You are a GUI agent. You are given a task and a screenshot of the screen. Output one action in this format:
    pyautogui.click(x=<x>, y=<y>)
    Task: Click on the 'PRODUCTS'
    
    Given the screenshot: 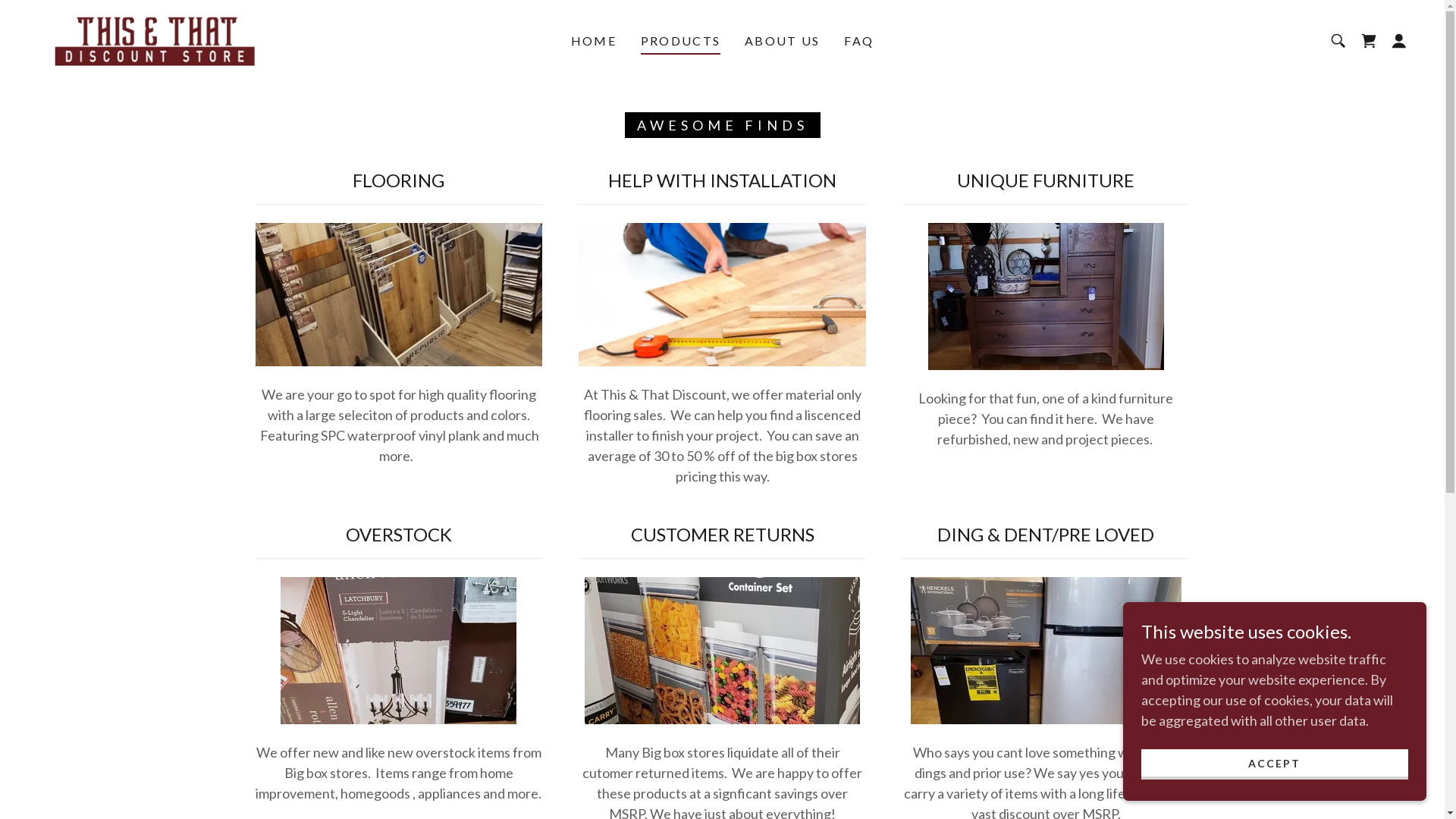 What is the action you would take?
    pyautogui.click(x=679, y=42)
    